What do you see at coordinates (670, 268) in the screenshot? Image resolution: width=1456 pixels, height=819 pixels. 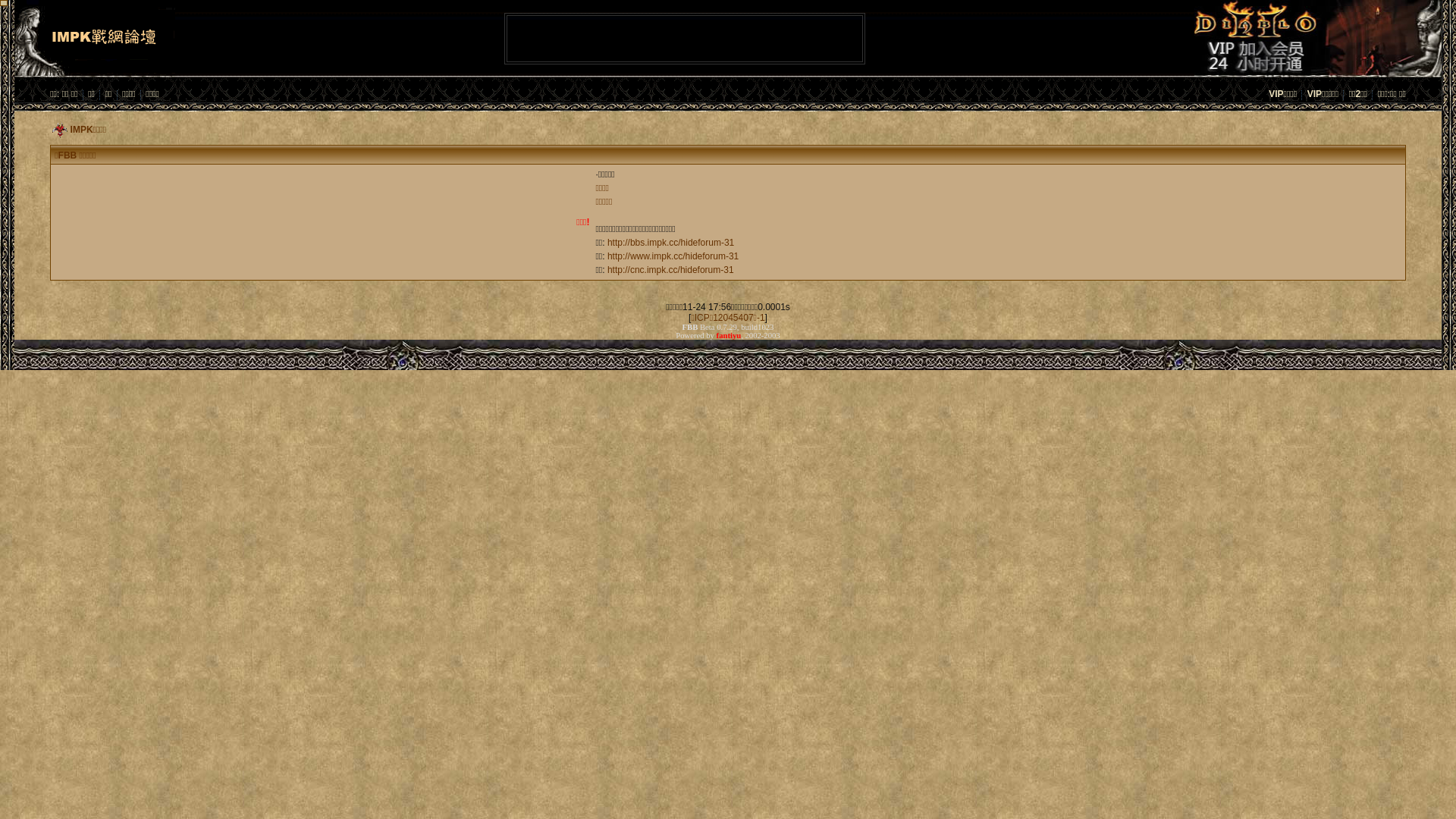 I see `'http://cnc.impk.cc/hideforum-31'` at bounding box center [670, 268].